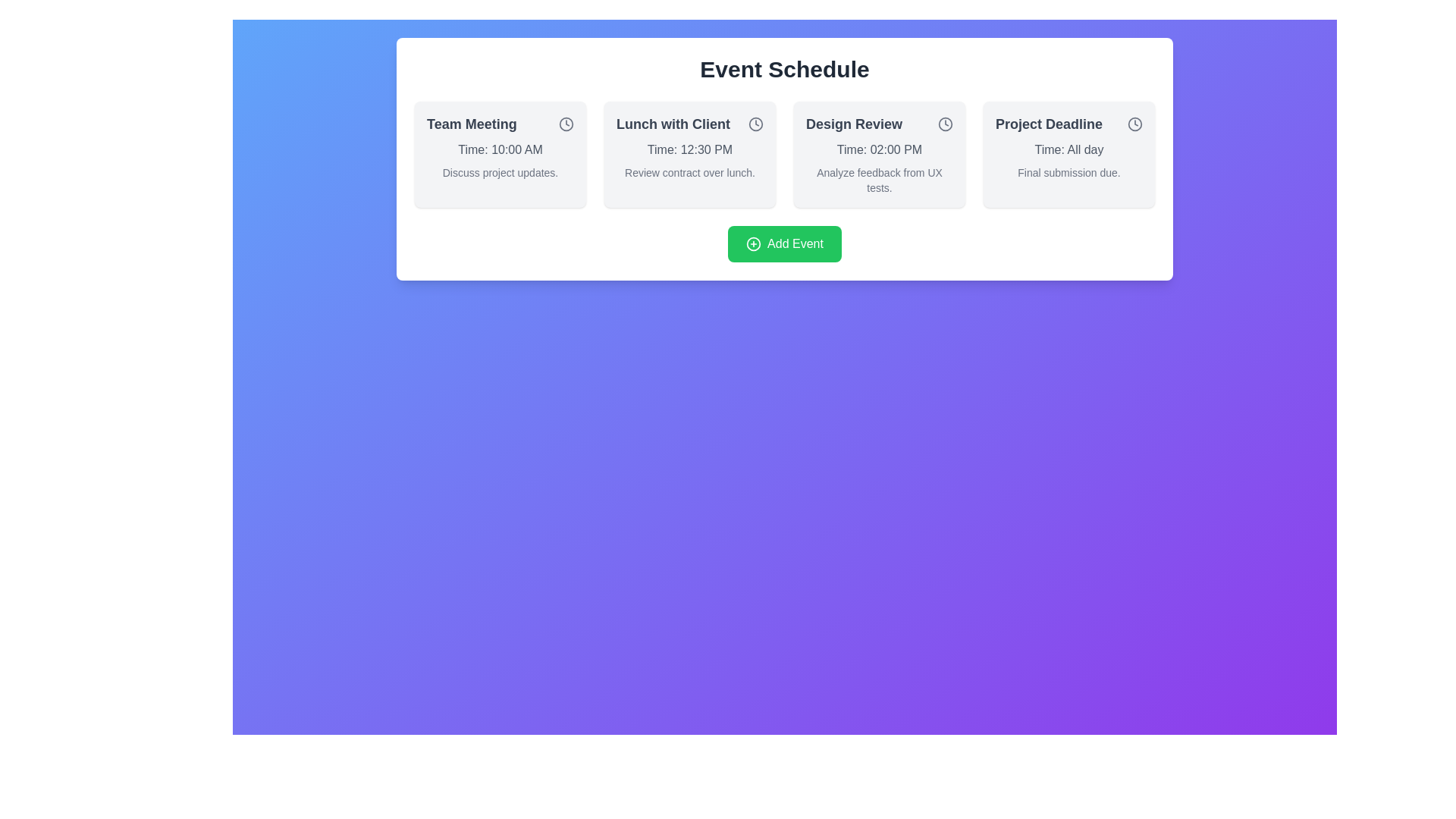 The height and width of the screenshot is (819, 1456). Describe the element at coordinates (754, 243) in the screenshot. I see `the circular plus icon with a thin outline, which features a '+' symbol in the center, located within the green button labeled 'Add Event'` at that location.